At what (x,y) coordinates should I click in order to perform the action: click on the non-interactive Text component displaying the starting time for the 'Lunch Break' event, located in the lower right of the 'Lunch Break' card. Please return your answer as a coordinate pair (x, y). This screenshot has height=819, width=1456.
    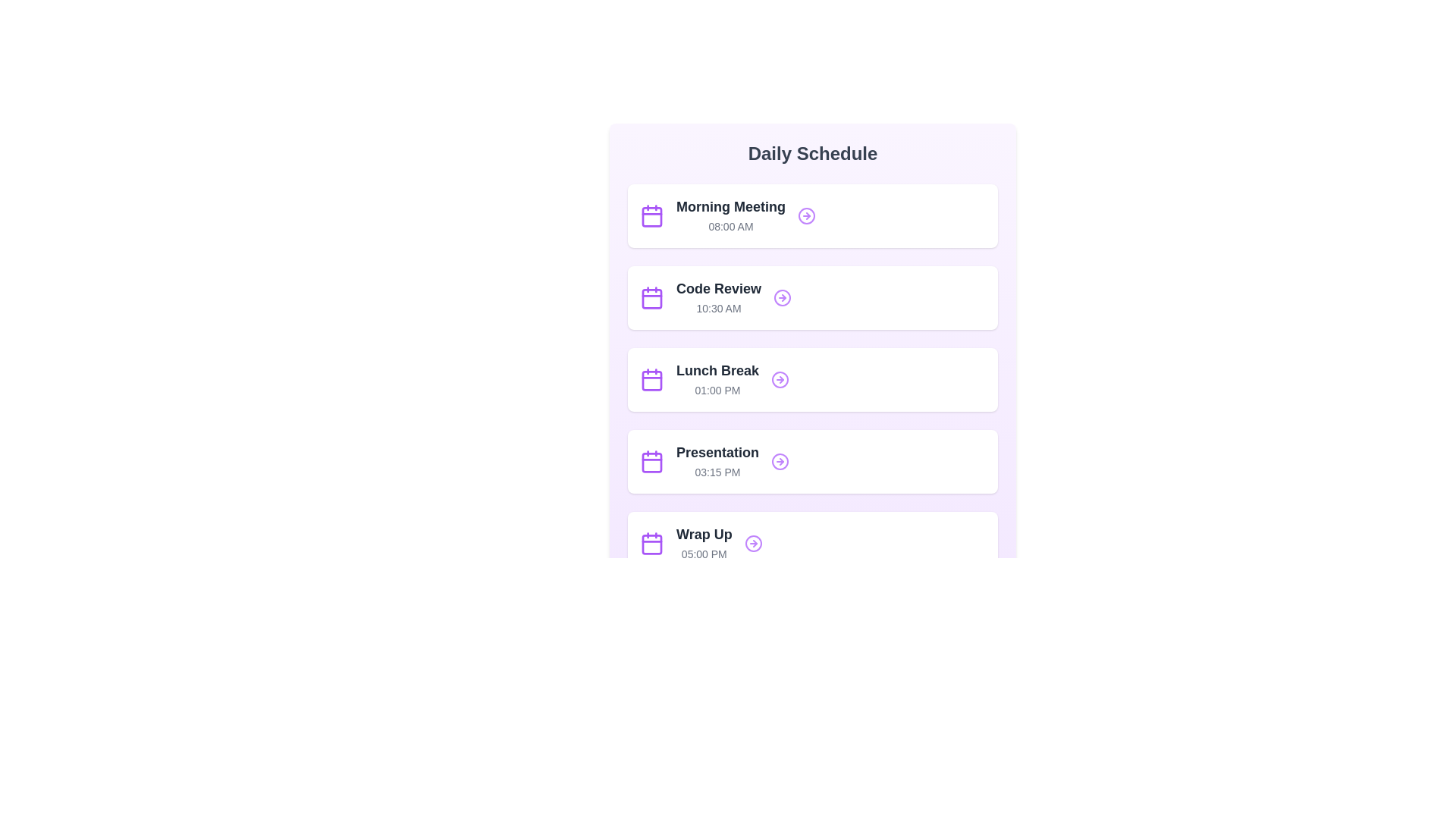
    Looking at the image, I should click on (717, 390).